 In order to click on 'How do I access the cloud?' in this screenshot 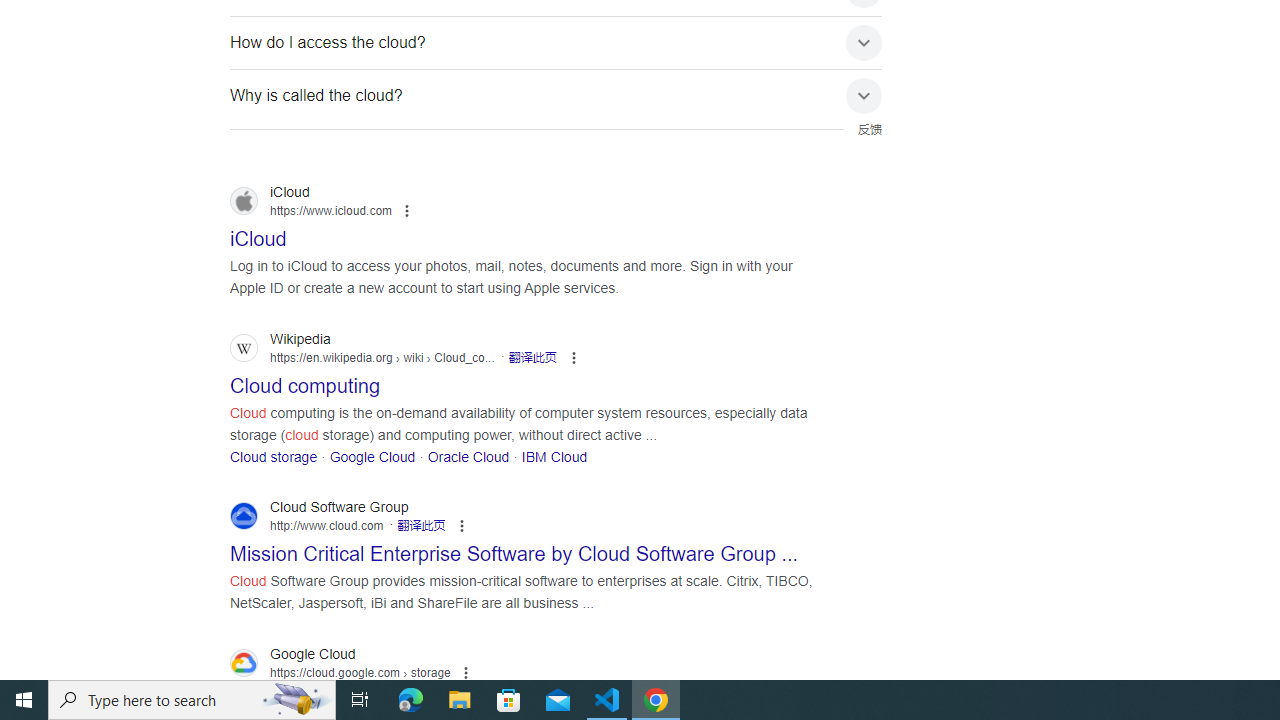, I will do `click(556, 42)`.